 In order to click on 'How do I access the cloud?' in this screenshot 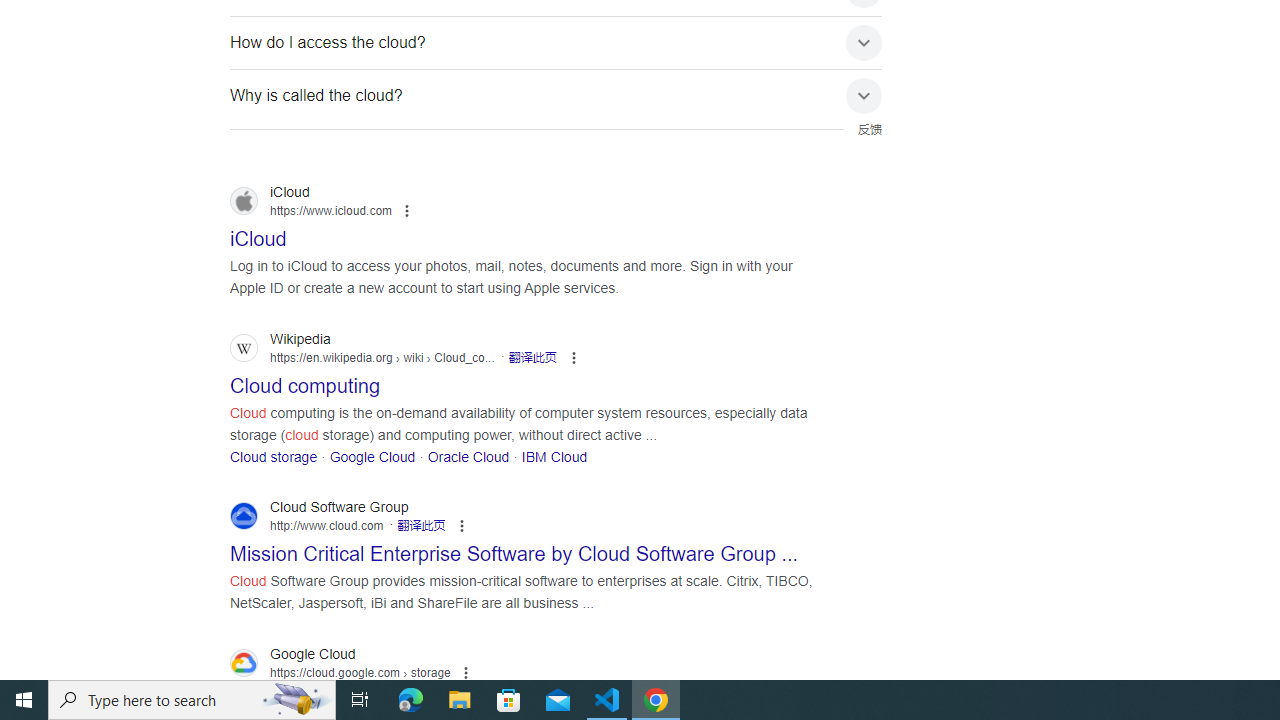, I will do `click(556, 42)`.